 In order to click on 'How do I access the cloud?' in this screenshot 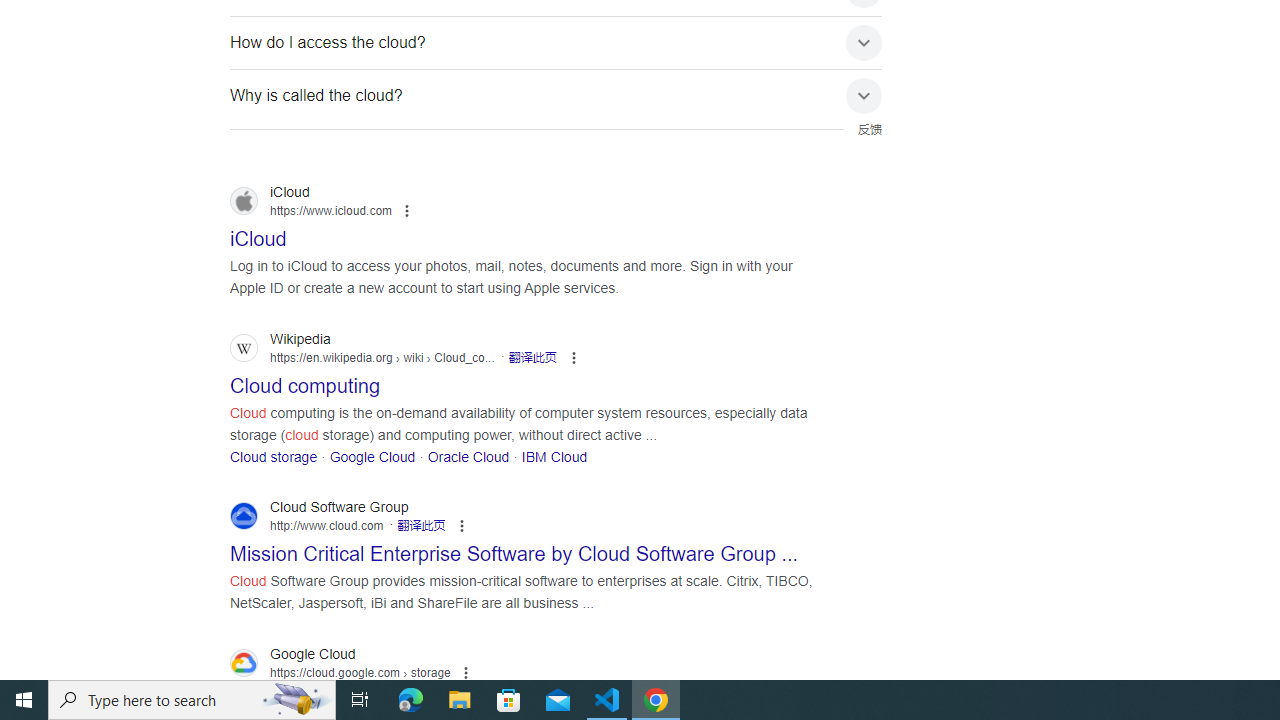, I will do `click(556, 42)`.